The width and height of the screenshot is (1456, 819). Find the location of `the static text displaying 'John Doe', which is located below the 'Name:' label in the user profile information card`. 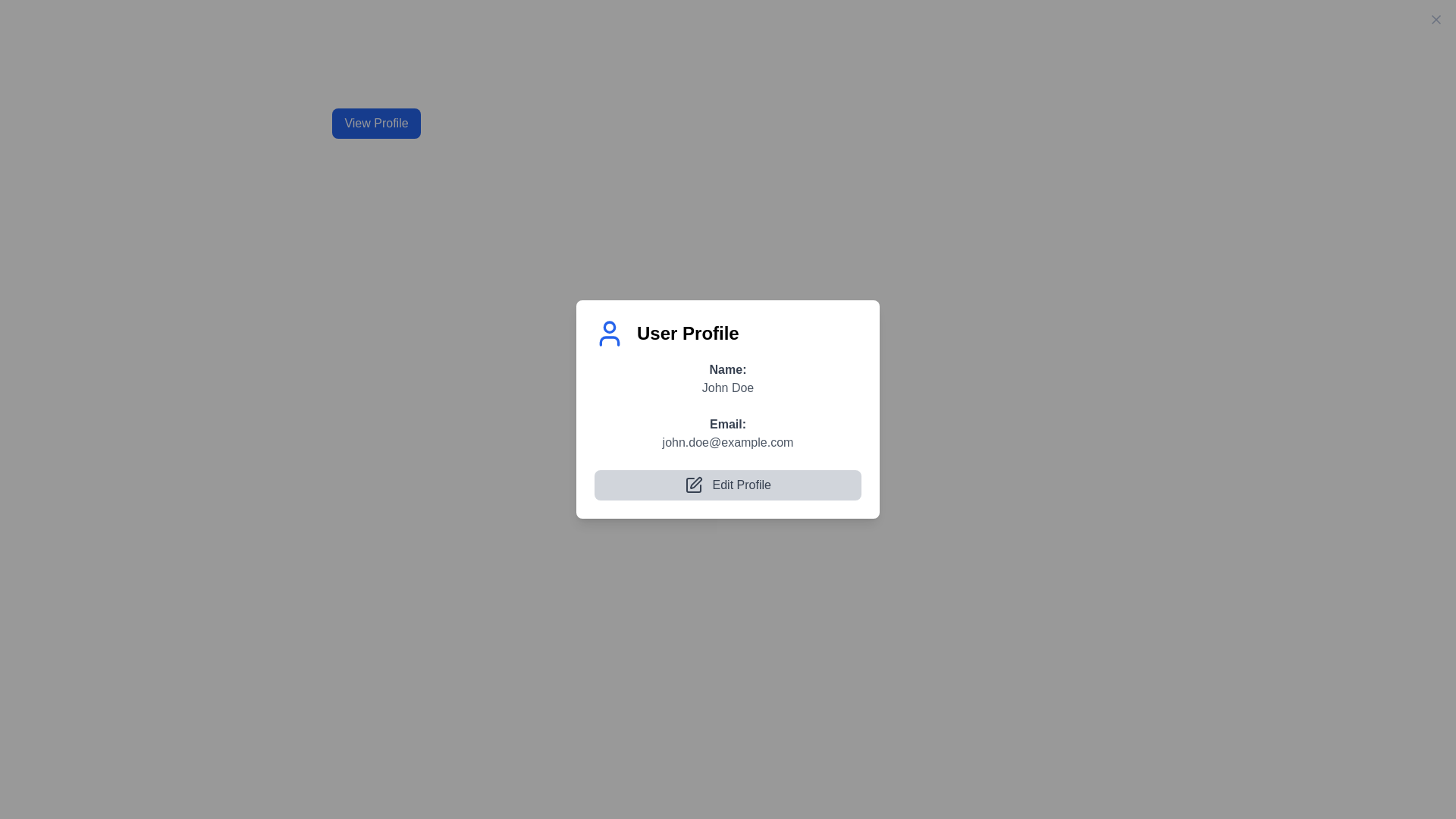

the static text displaying 'John Doe', which is located below the 'Name:' label in the user profile information card is located at coordinates (728, 386).